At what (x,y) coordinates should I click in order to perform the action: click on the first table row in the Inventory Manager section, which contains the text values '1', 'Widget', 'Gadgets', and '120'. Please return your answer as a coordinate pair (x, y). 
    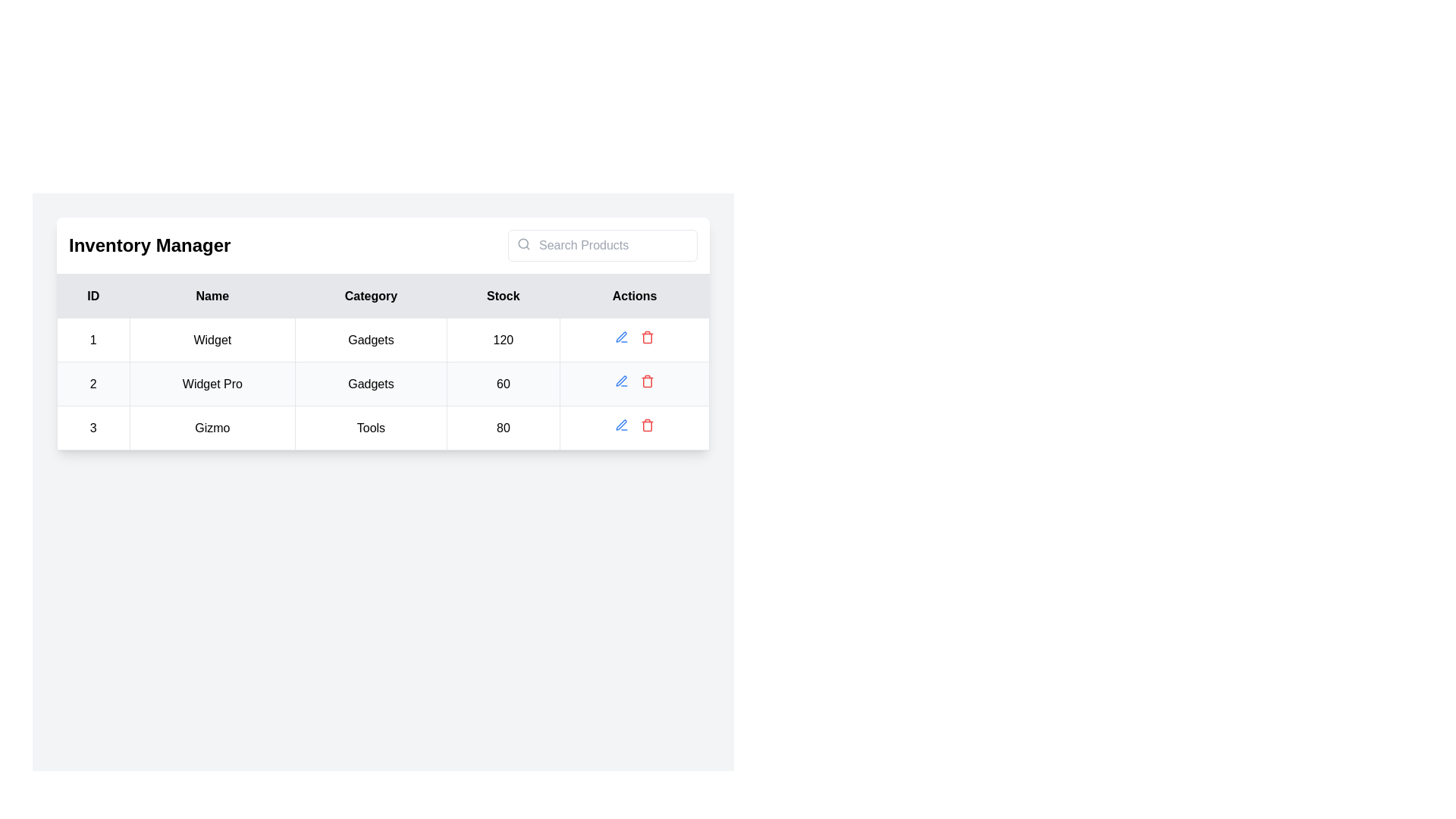
    Looking at the image, I should click on (383, 339).